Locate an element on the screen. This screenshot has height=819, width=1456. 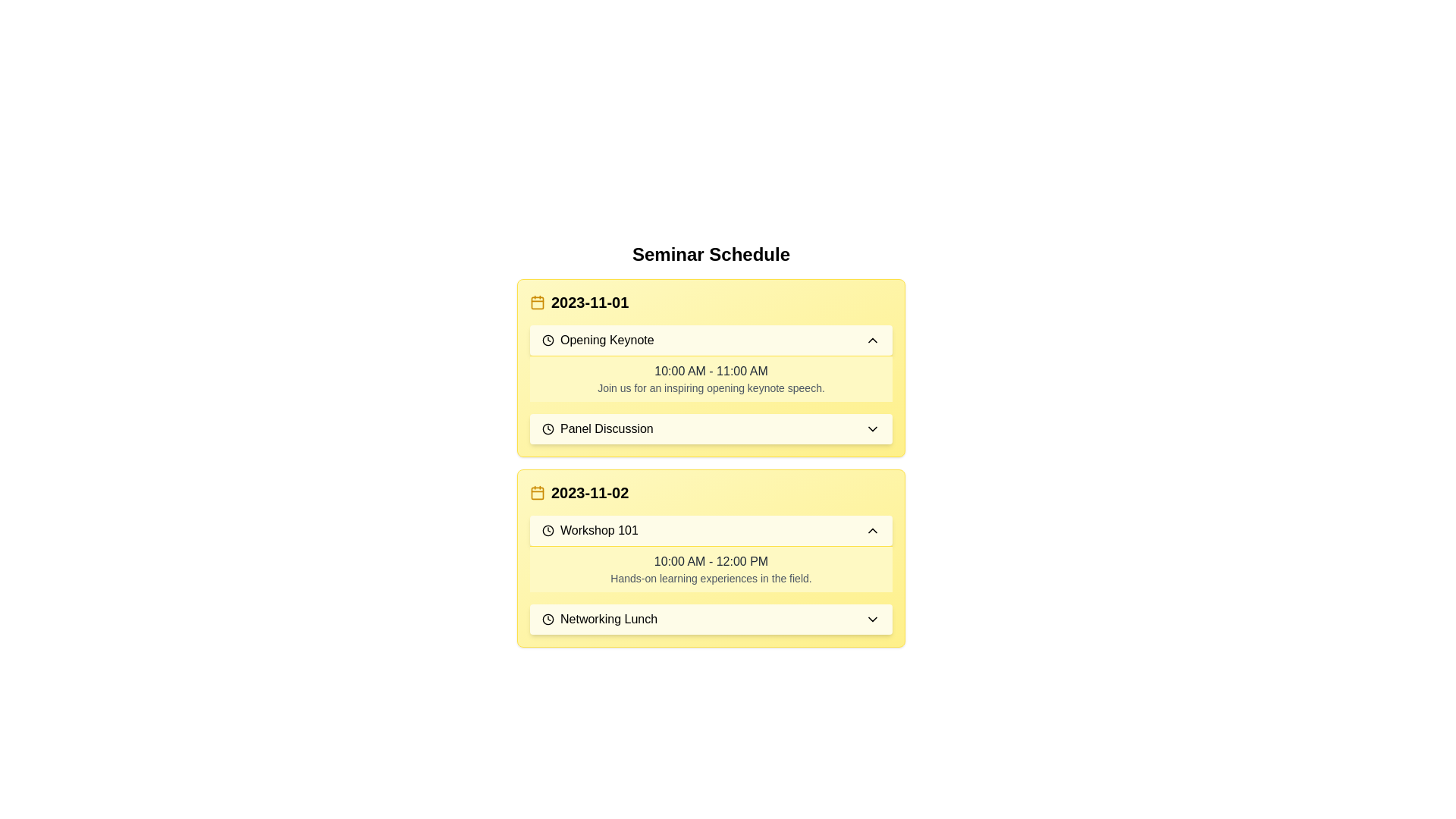
the central circular outline of the clock icon is located at coordinates (548, 620).